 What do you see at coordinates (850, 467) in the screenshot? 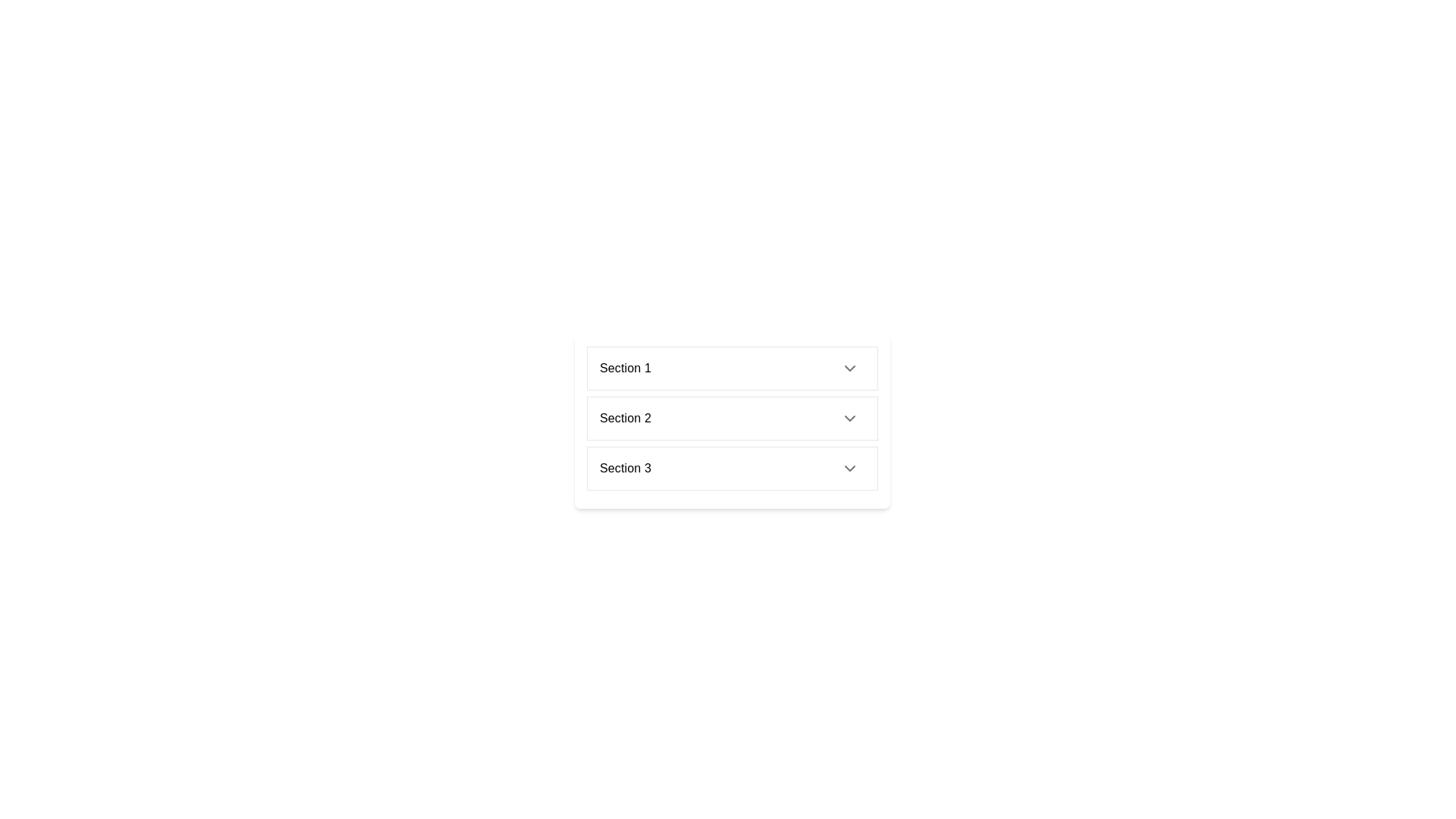
I see `the icon within the clickable button on the right side of the 'Section 3' row` at bounding box center [850, 467].